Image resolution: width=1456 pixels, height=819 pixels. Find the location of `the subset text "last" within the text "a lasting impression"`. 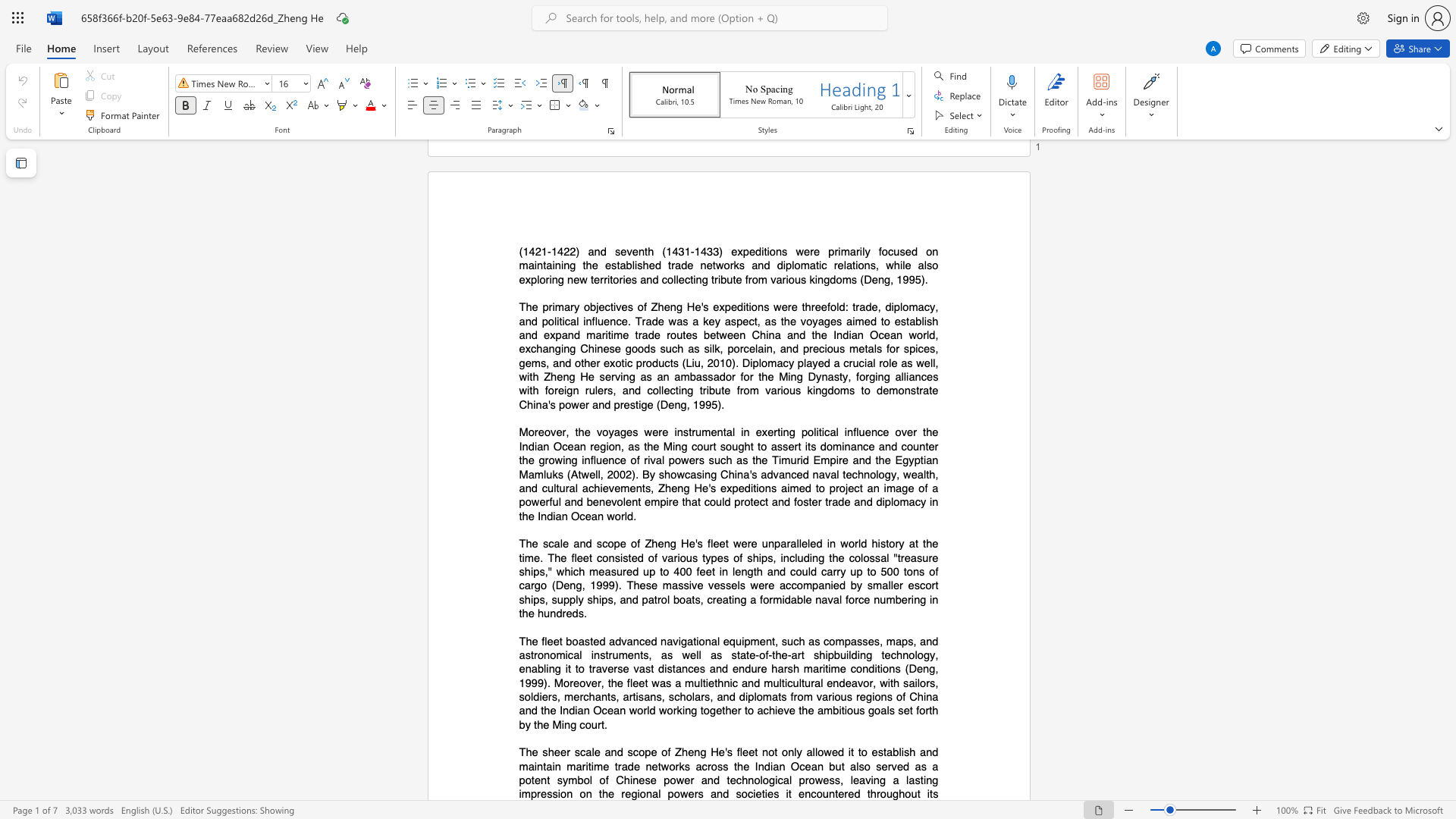

the subset text "last" within the text "a lasting impression" is located at coordinates (906, 780).